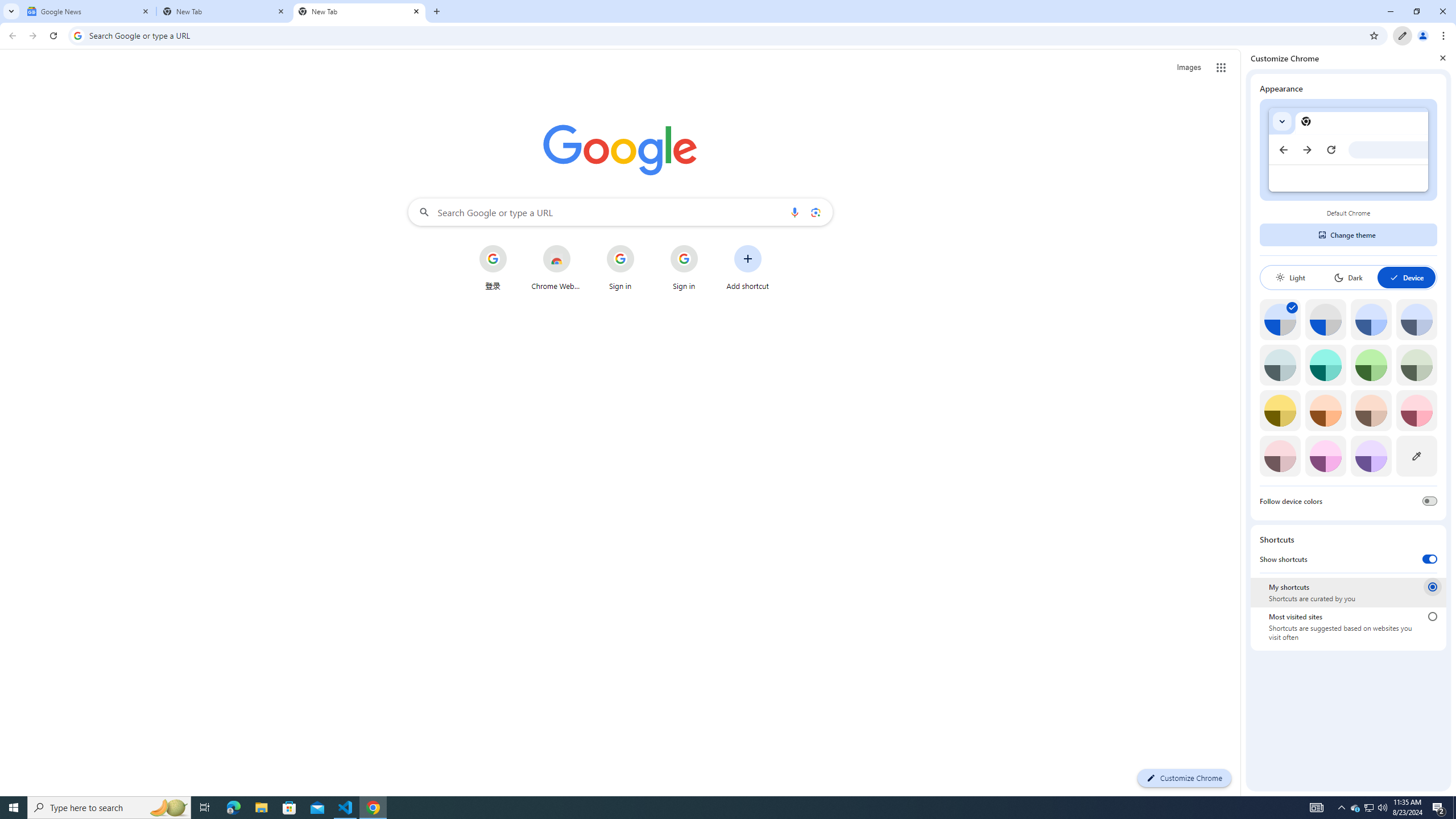 The width and height of the screenshot is (1456, 819). What do you see at coordinates (795, 211) in the screenshot?
I see `'Search by voice'` at bounding box center [795, 211].